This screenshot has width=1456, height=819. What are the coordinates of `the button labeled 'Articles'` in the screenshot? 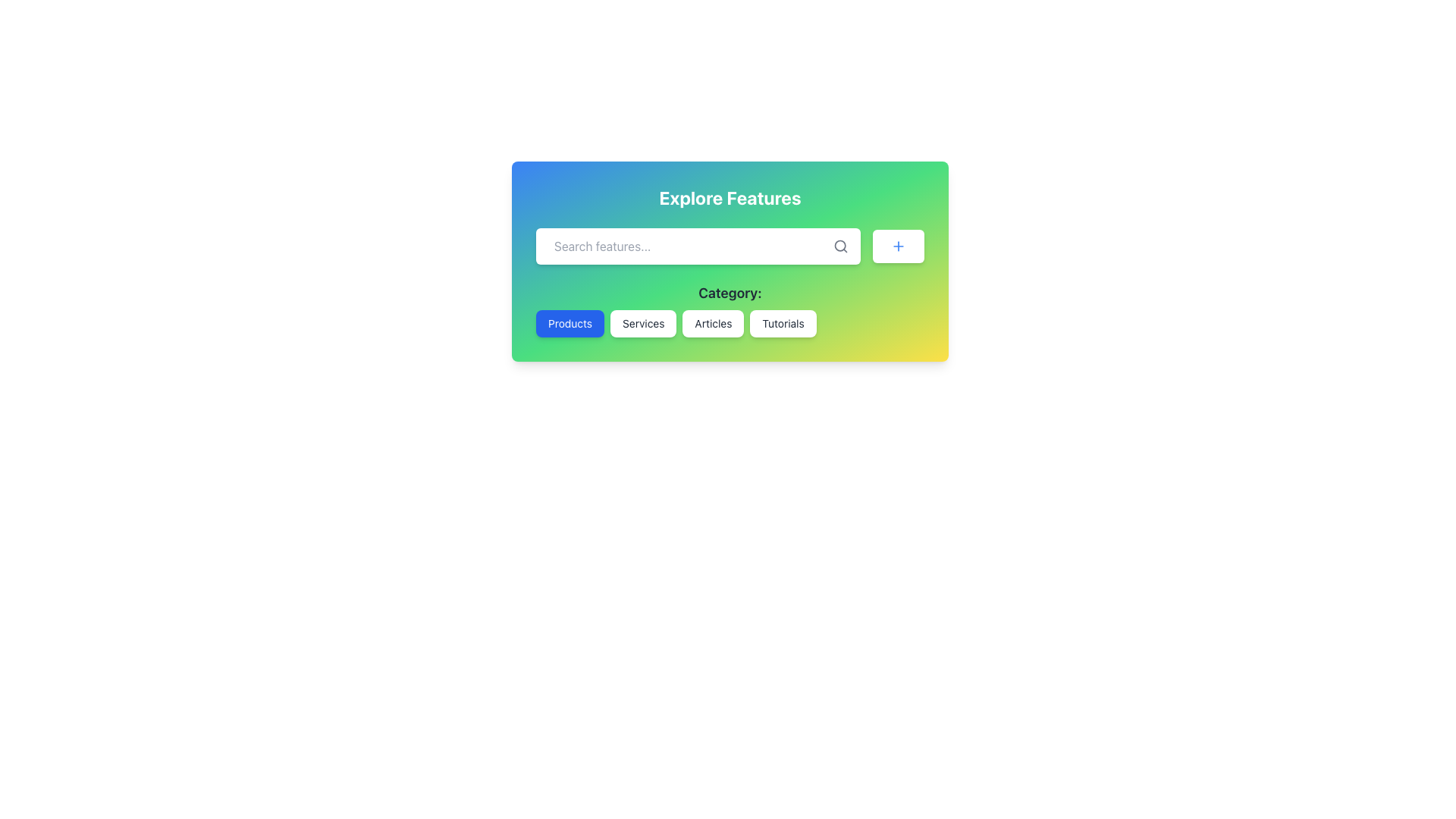 It's located at (730, 323).